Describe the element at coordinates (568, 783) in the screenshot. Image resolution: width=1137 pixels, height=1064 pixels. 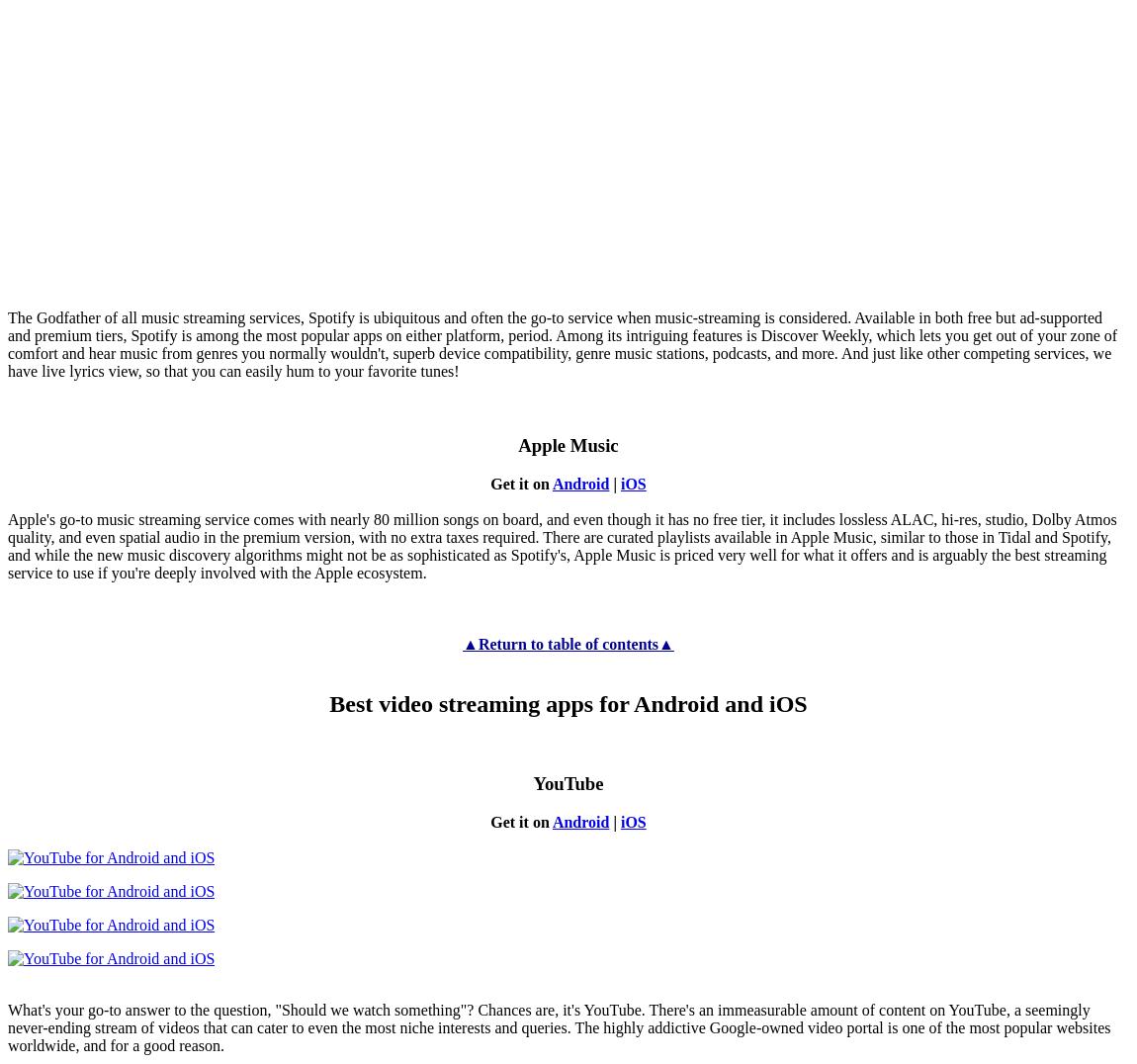
I see `'YouTube'` at that location.